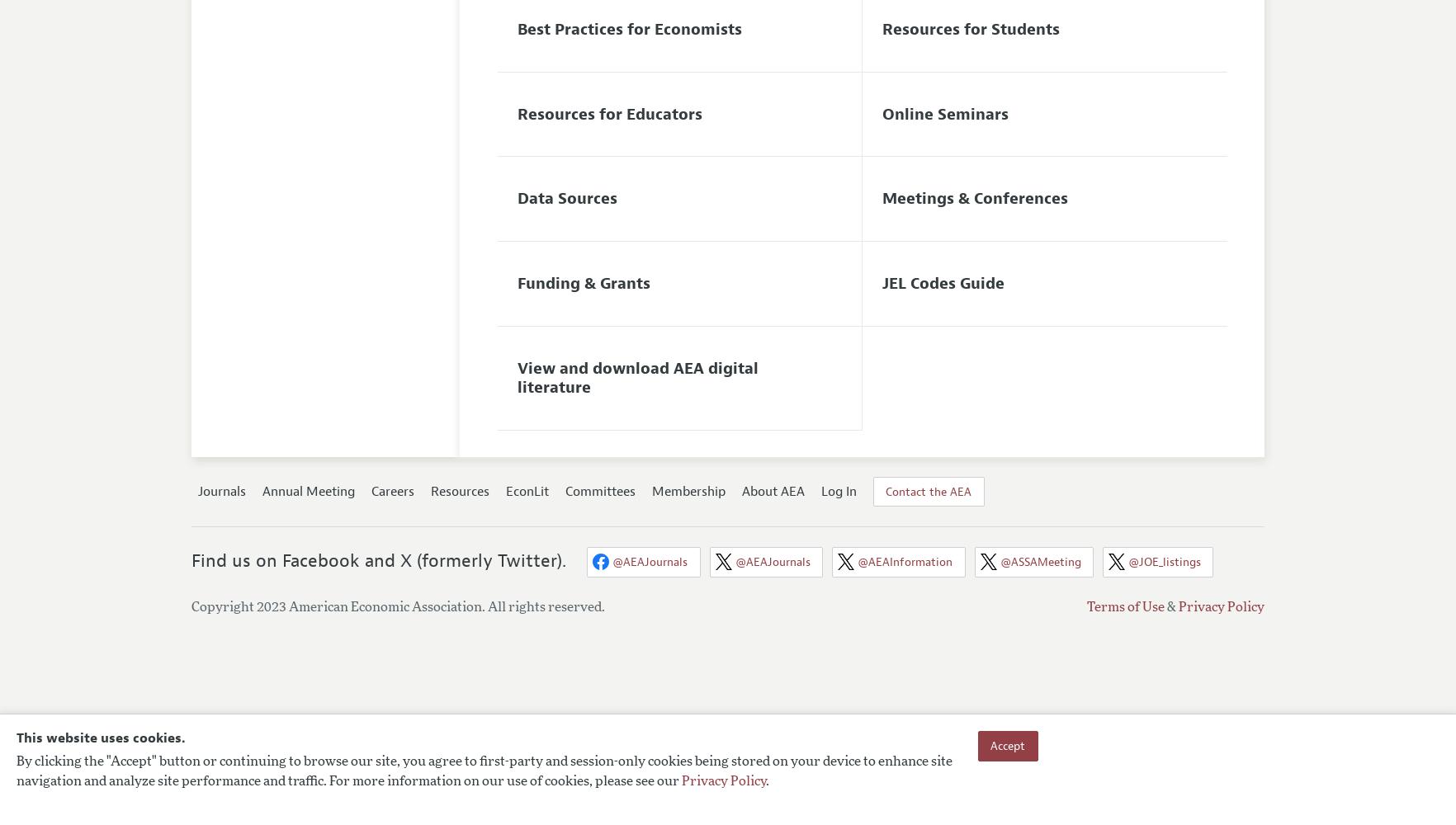  I want to click on '@JOE_listings', so click(1163, 562).